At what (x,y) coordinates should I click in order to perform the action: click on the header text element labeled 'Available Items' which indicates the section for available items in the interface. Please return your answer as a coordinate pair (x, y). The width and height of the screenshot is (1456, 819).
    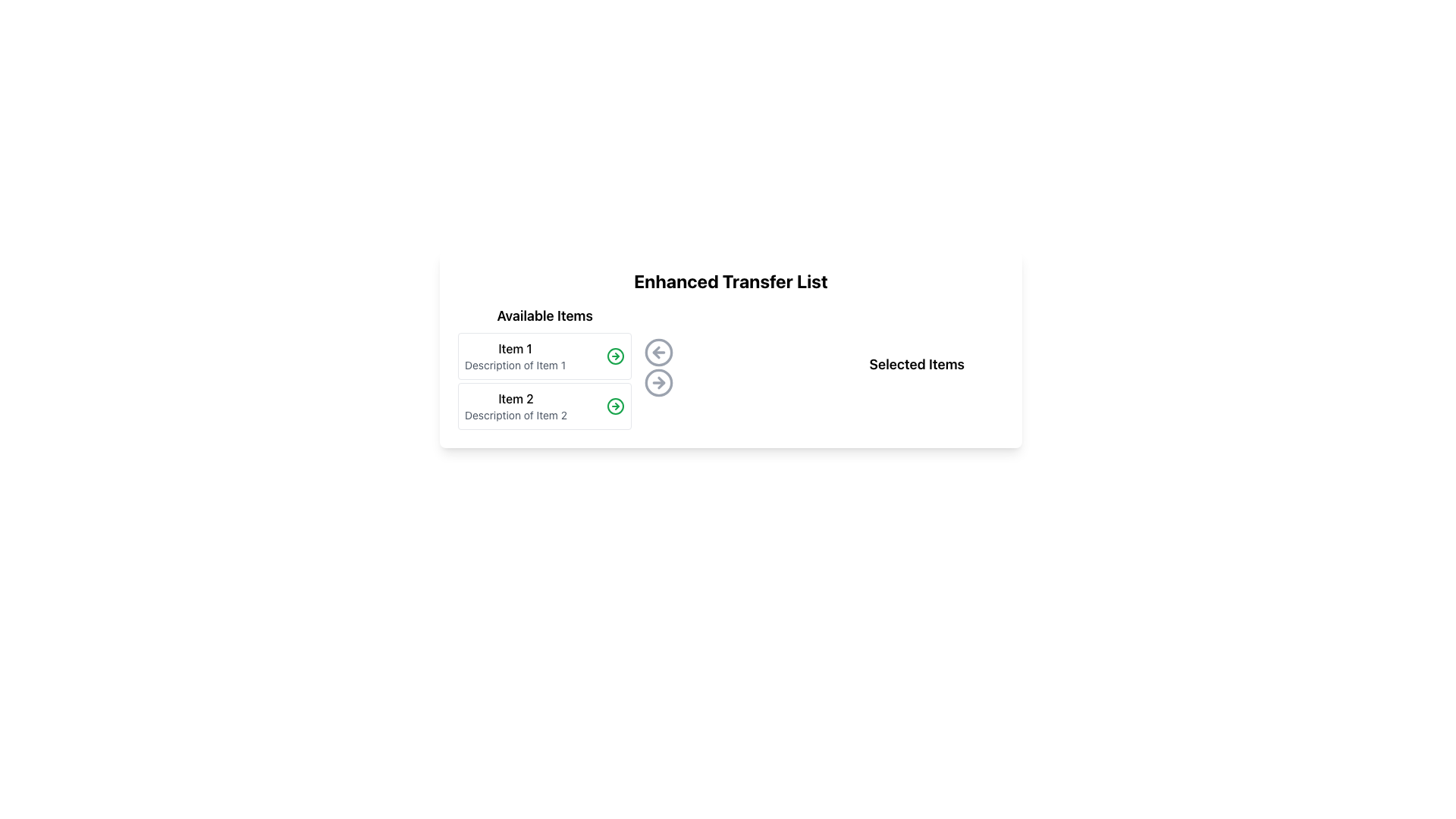
    Looking at the image, I should click on (544, 315).